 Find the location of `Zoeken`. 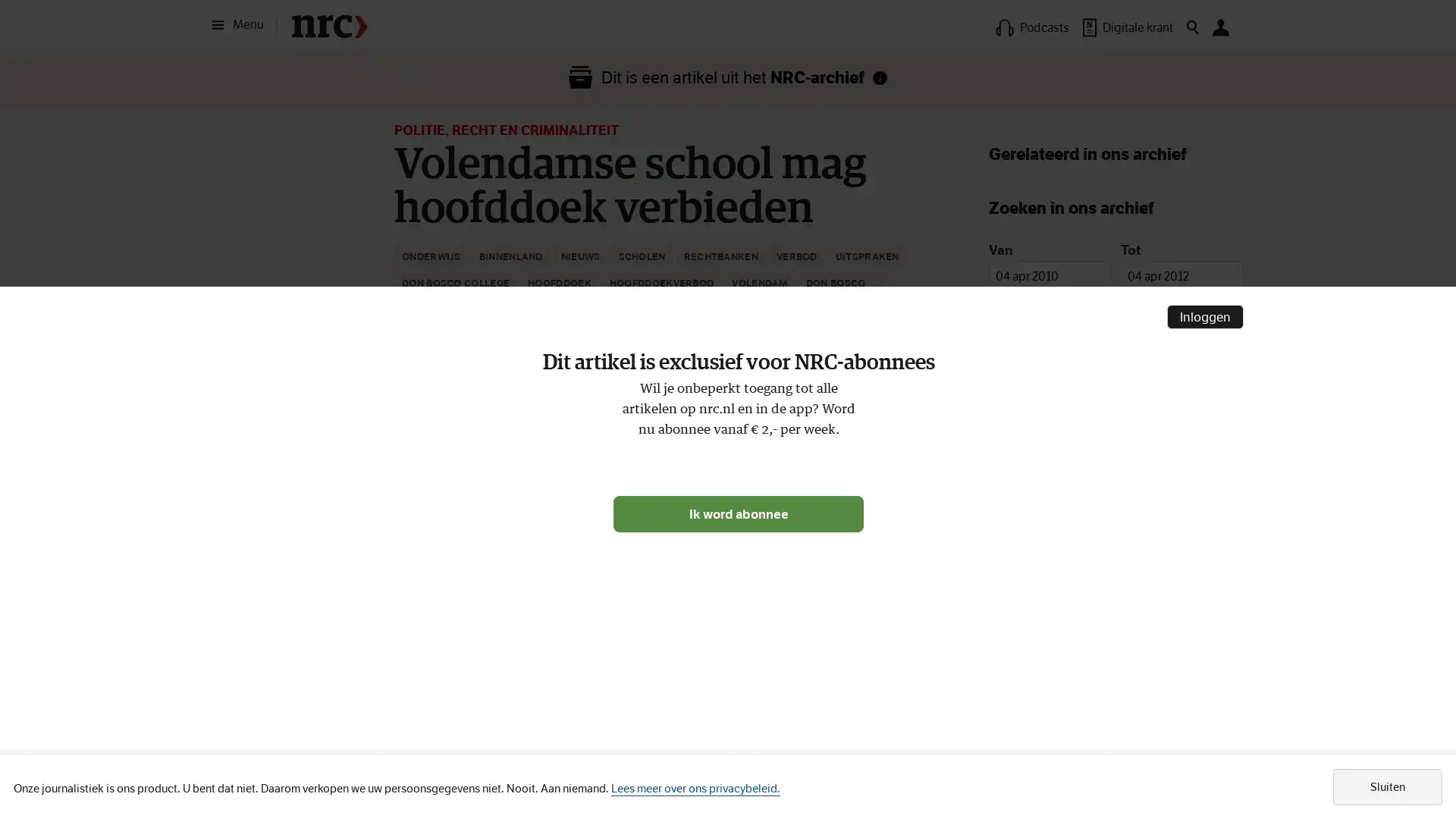

Zoeken is located at coordinates (1116, 522).